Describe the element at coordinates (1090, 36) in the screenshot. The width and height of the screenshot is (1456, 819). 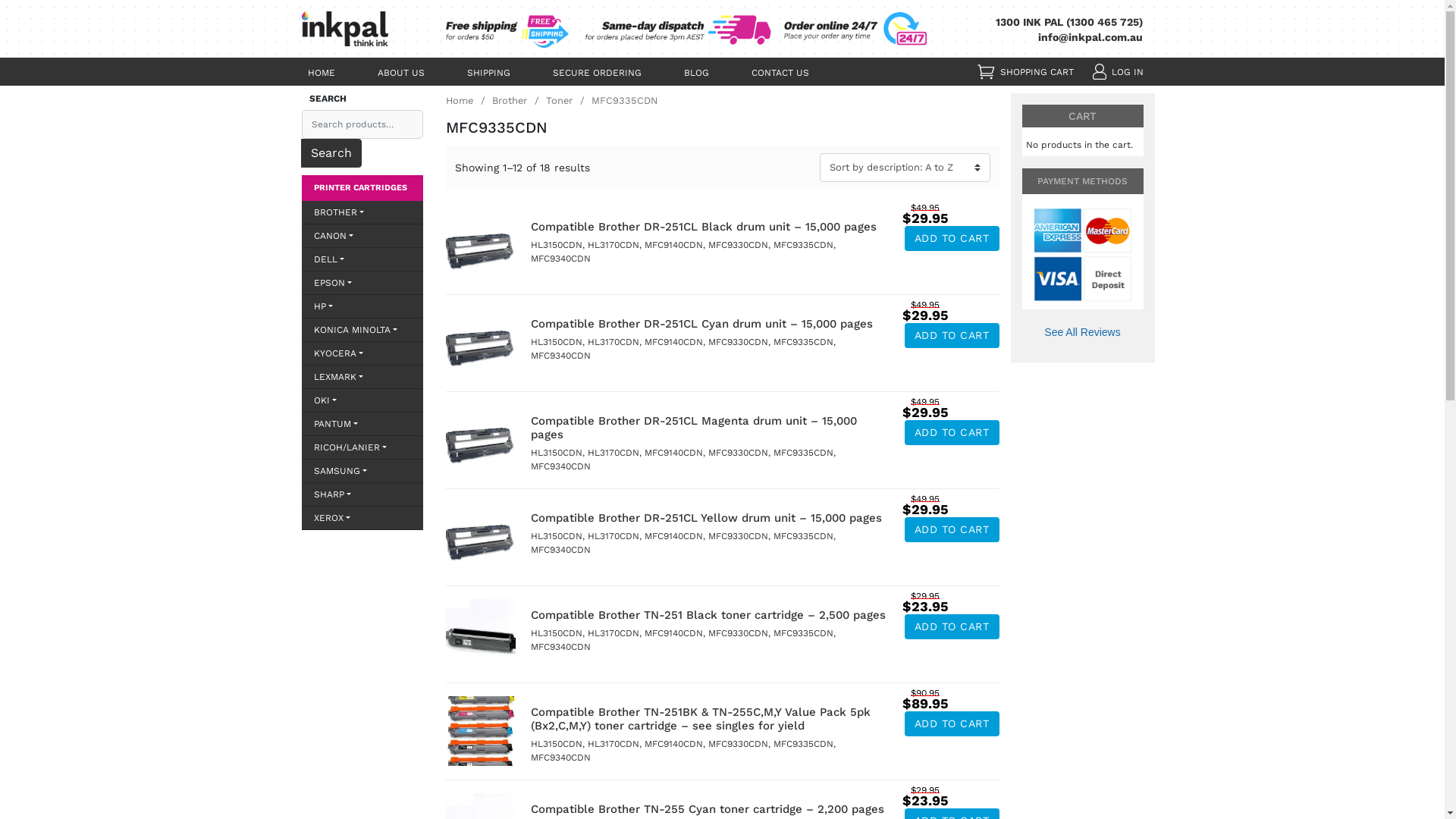
I see `'info@inkpal.com.au'` at that location.